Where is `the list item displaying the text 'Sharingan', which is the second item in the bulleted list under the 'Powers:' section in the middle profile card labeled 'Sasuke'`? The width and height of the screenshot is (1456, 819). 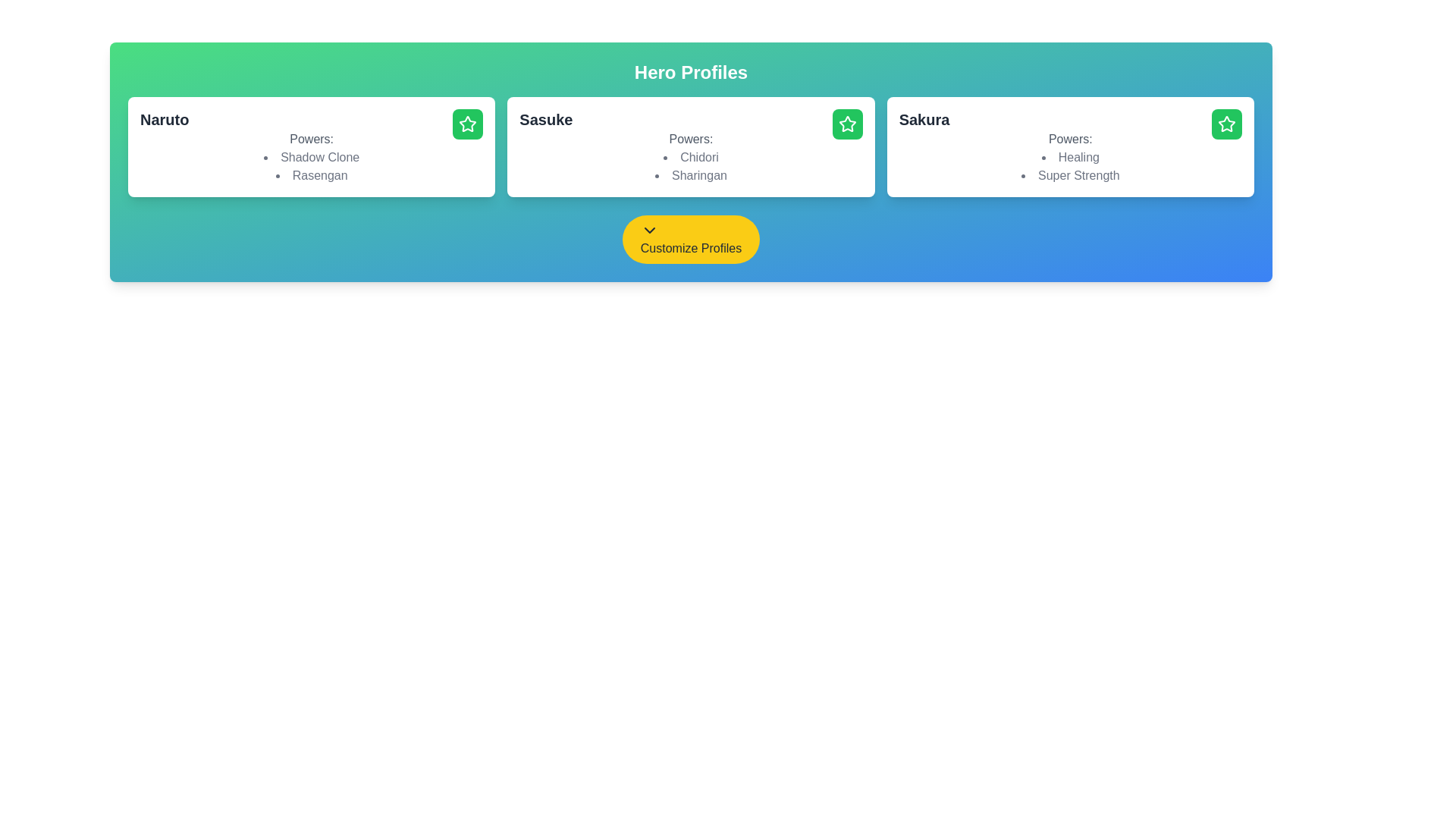 the list item displaying the text 'Sharingan', which is the second item in the bulleted list under the 'Powers:' section in the middle profile card labeled 'Sasuke' is located at coordinates (690, 174).